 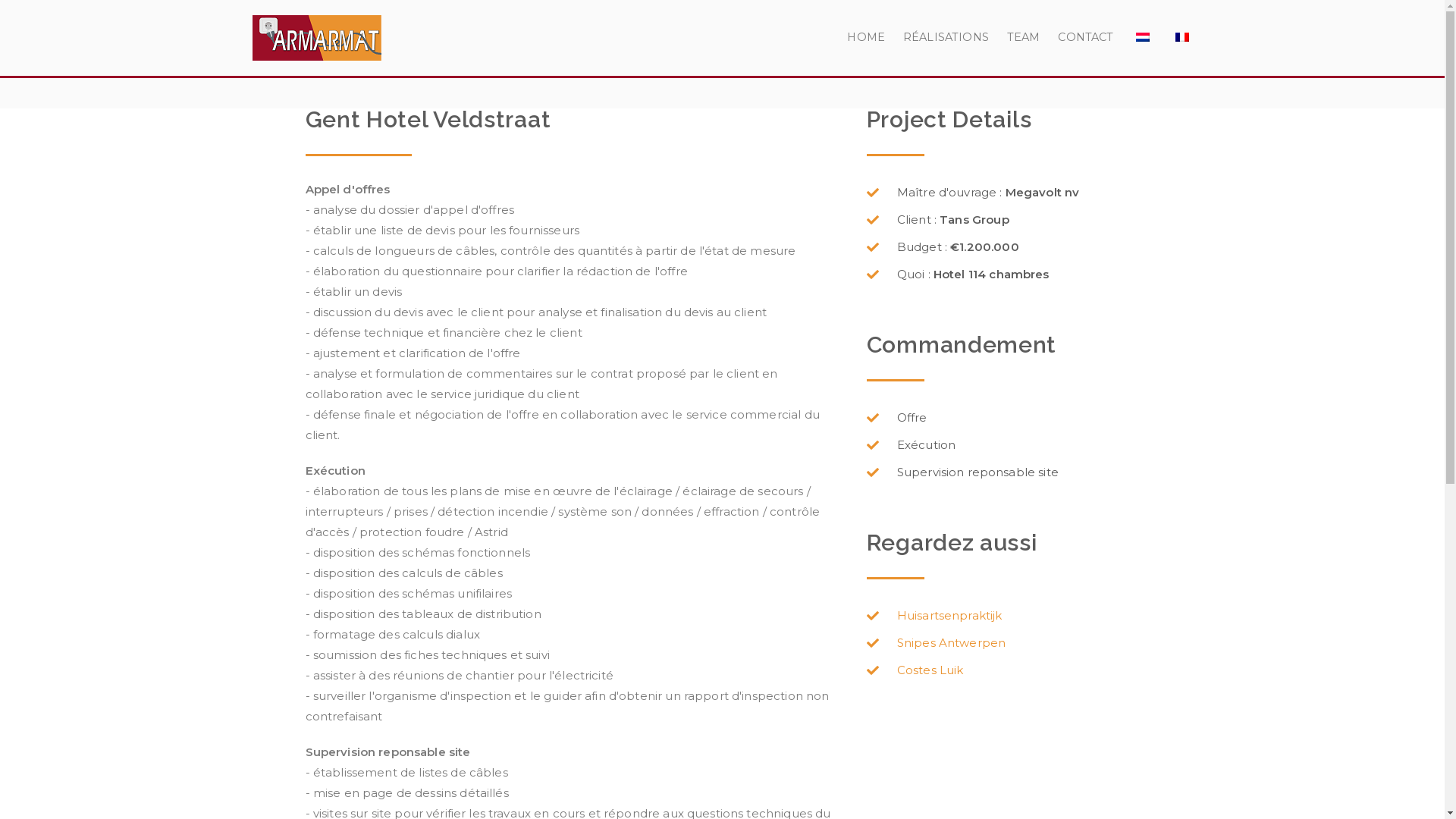 What do you see at coordinates (475, 56) in the screenshot?
I see `'Armarmat'` at bounding box center [475, 56].